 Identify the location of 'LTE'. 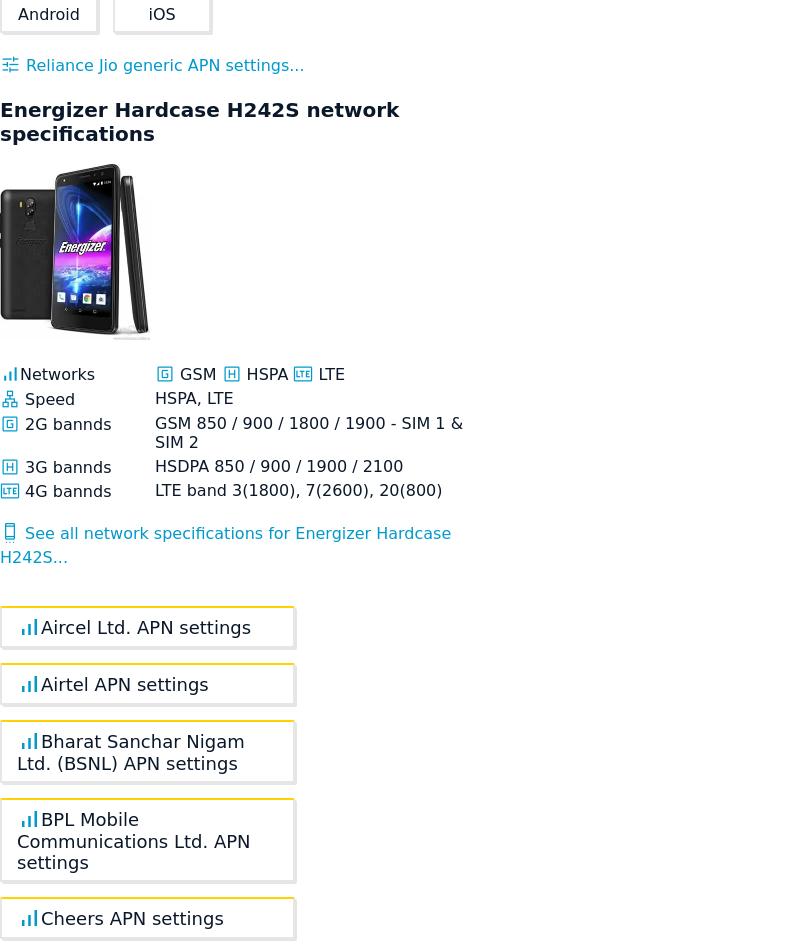
(328, 372).